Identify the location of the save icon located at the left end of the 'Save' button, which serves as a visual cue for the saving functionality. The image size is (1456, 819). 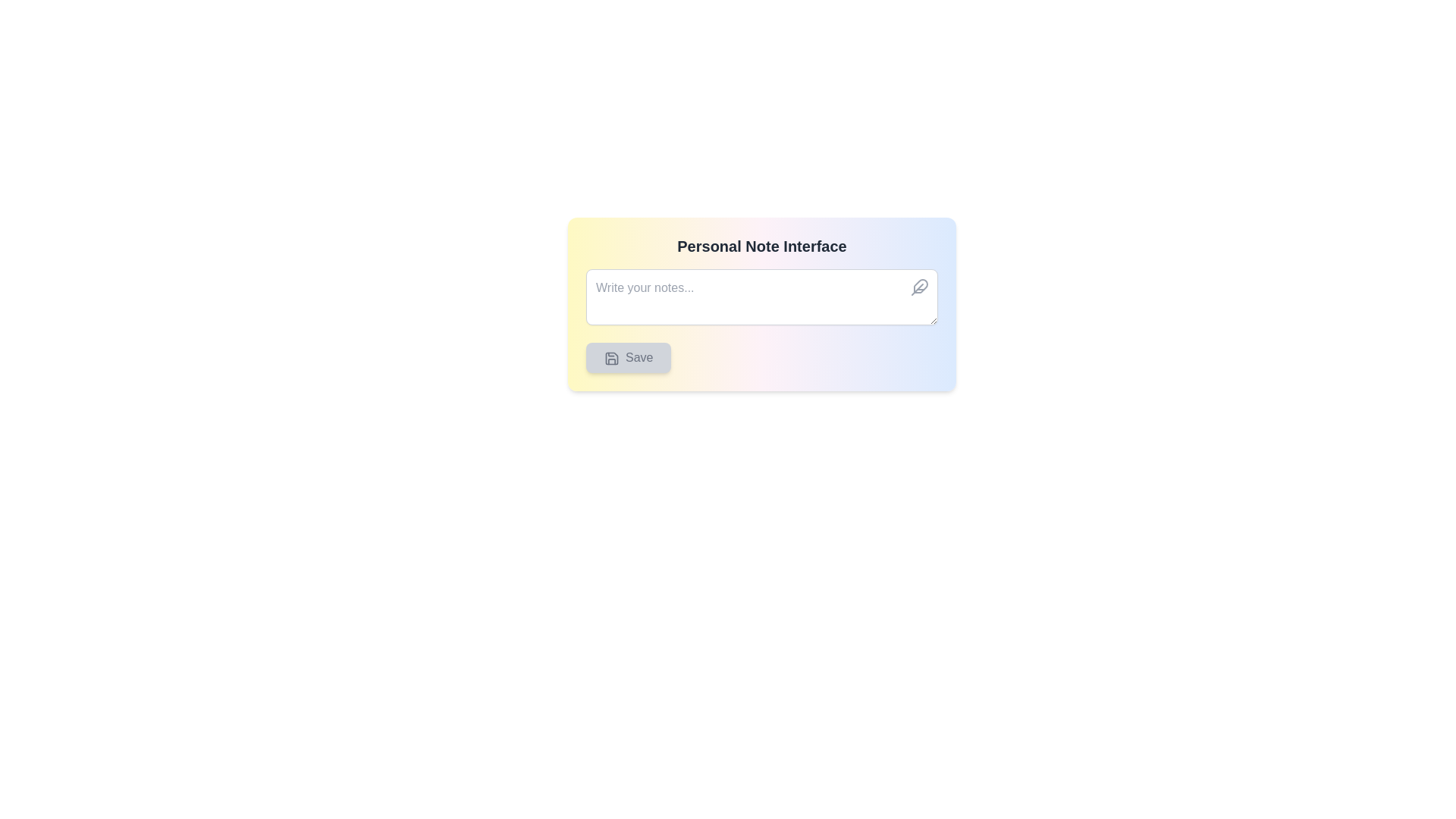
(611, 357).